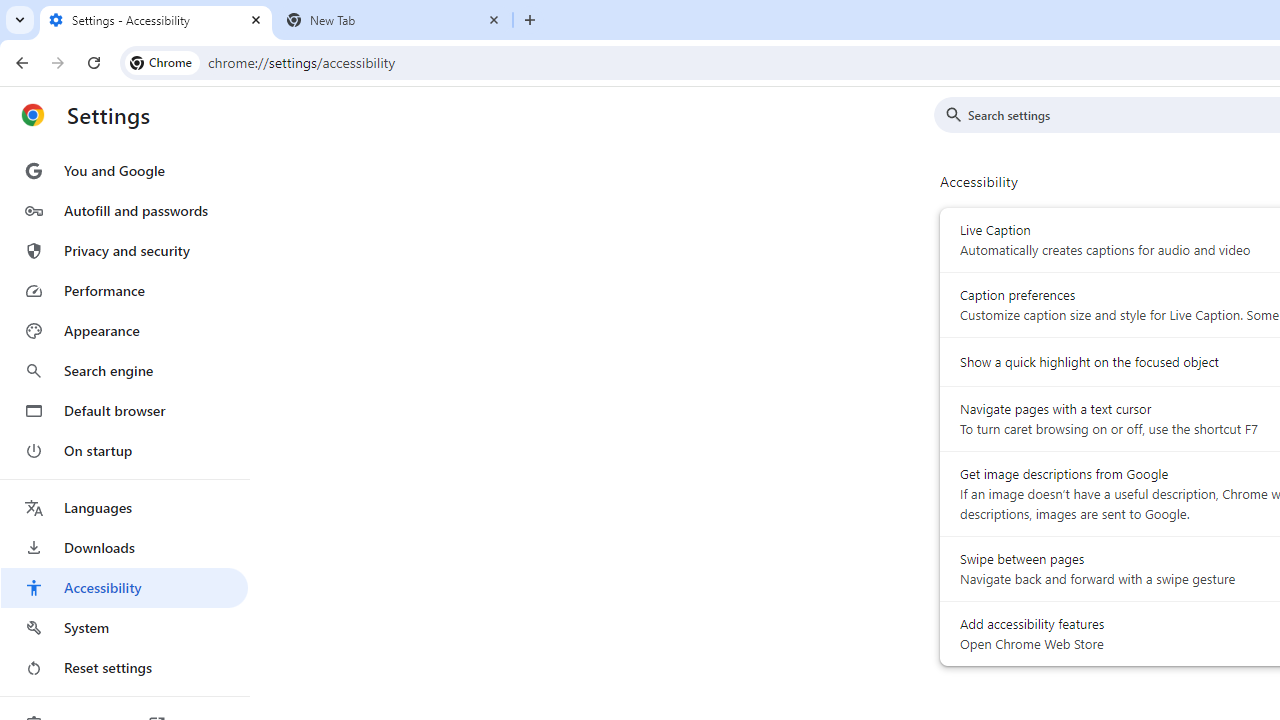 The width and height of the screenshot is (1280, 720). I want to click on 'You and Google', so click(123, 170).